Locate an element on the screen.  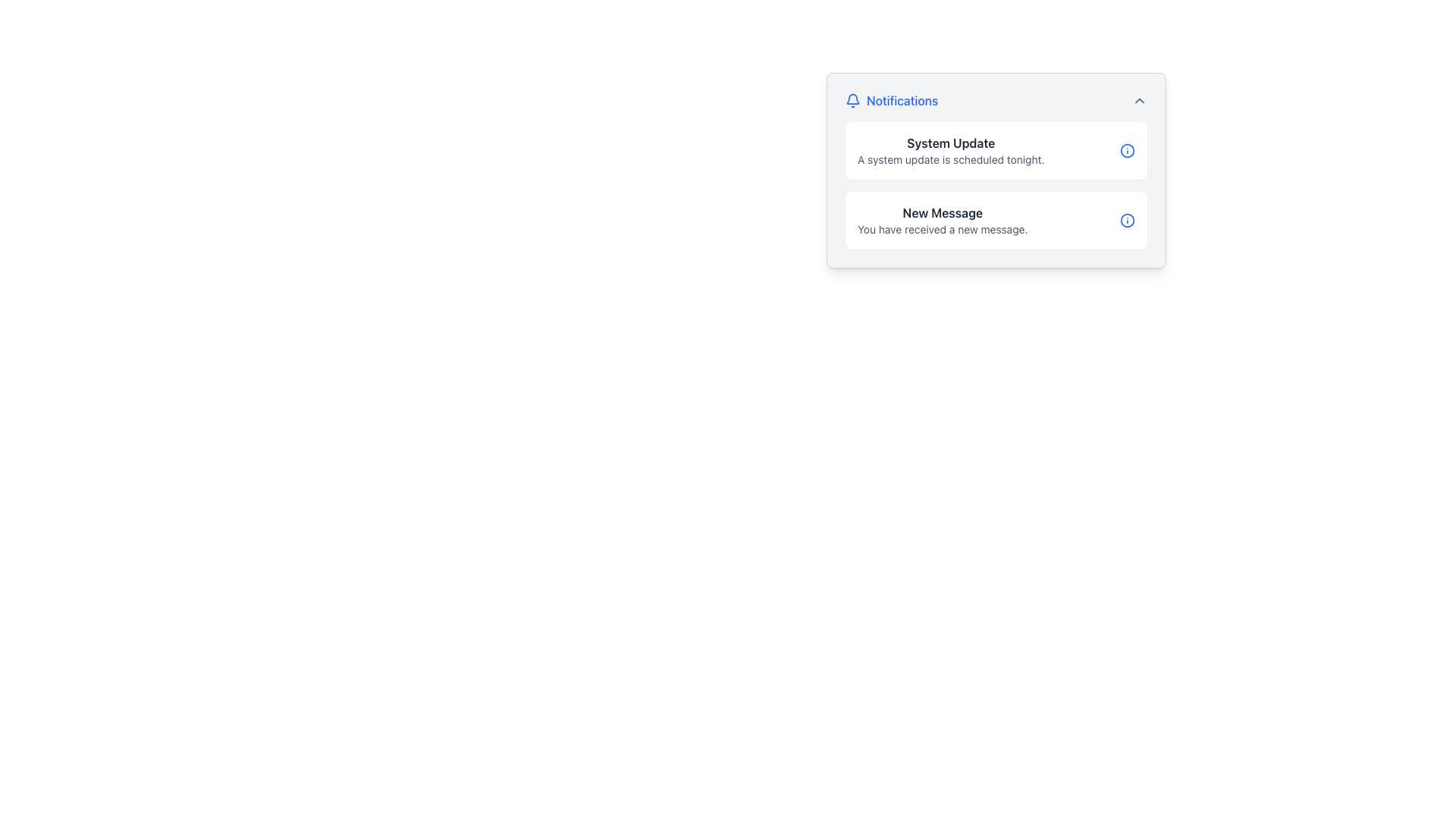
the icon button located at the top right corner of the 'Notifications' card is located at coordinates (1139, 100).